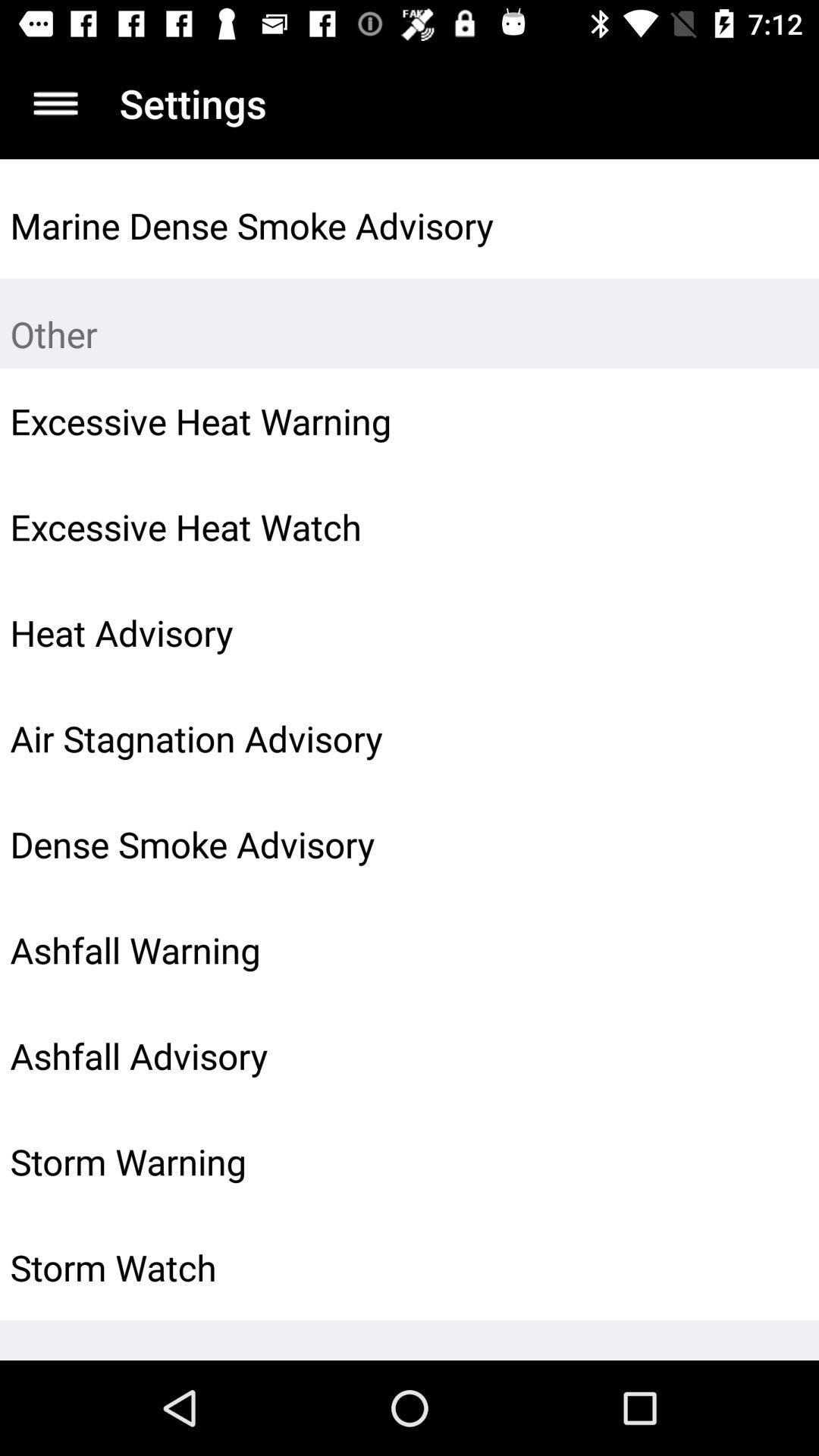 This screenshot has height=1456, width=819. What do you see at coordinates (771, 632) in the screenshot?
I see `the icon to the right of the heat advisory icon` at bounding box center [771, 632].